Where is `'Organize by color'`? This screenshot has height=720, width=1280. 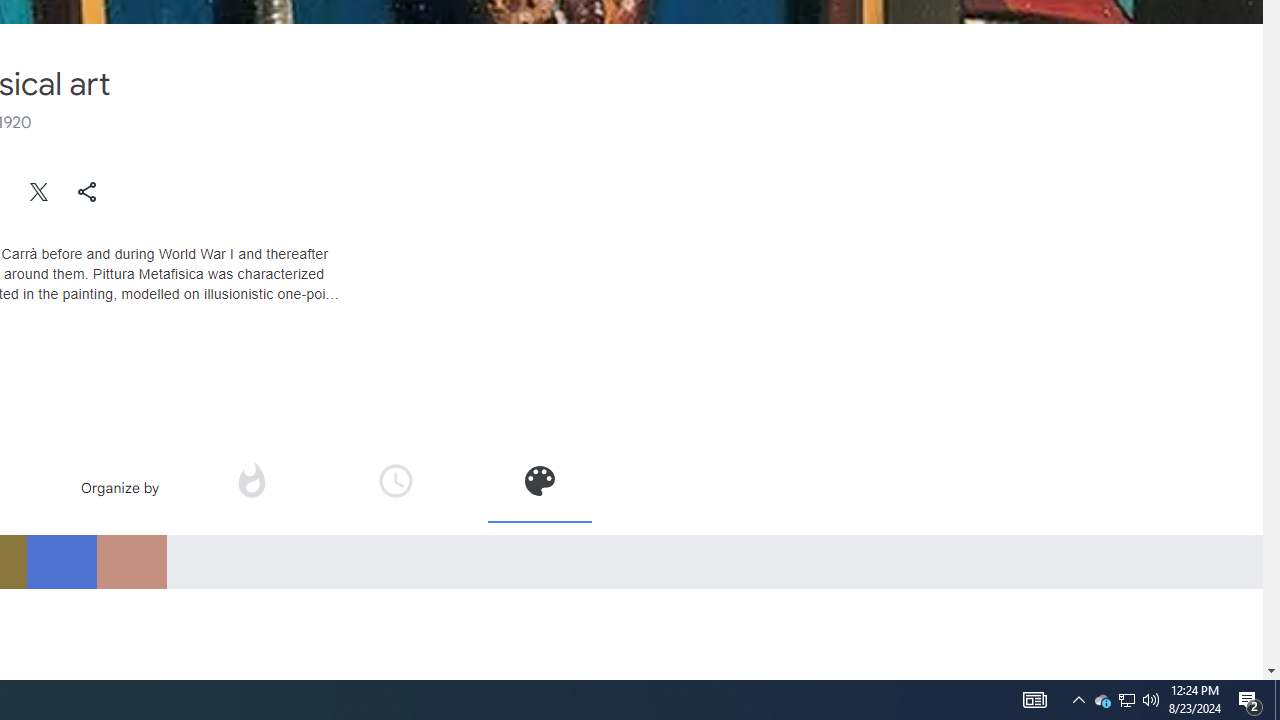
'Organize by color' is located at coordinates (538, 487).